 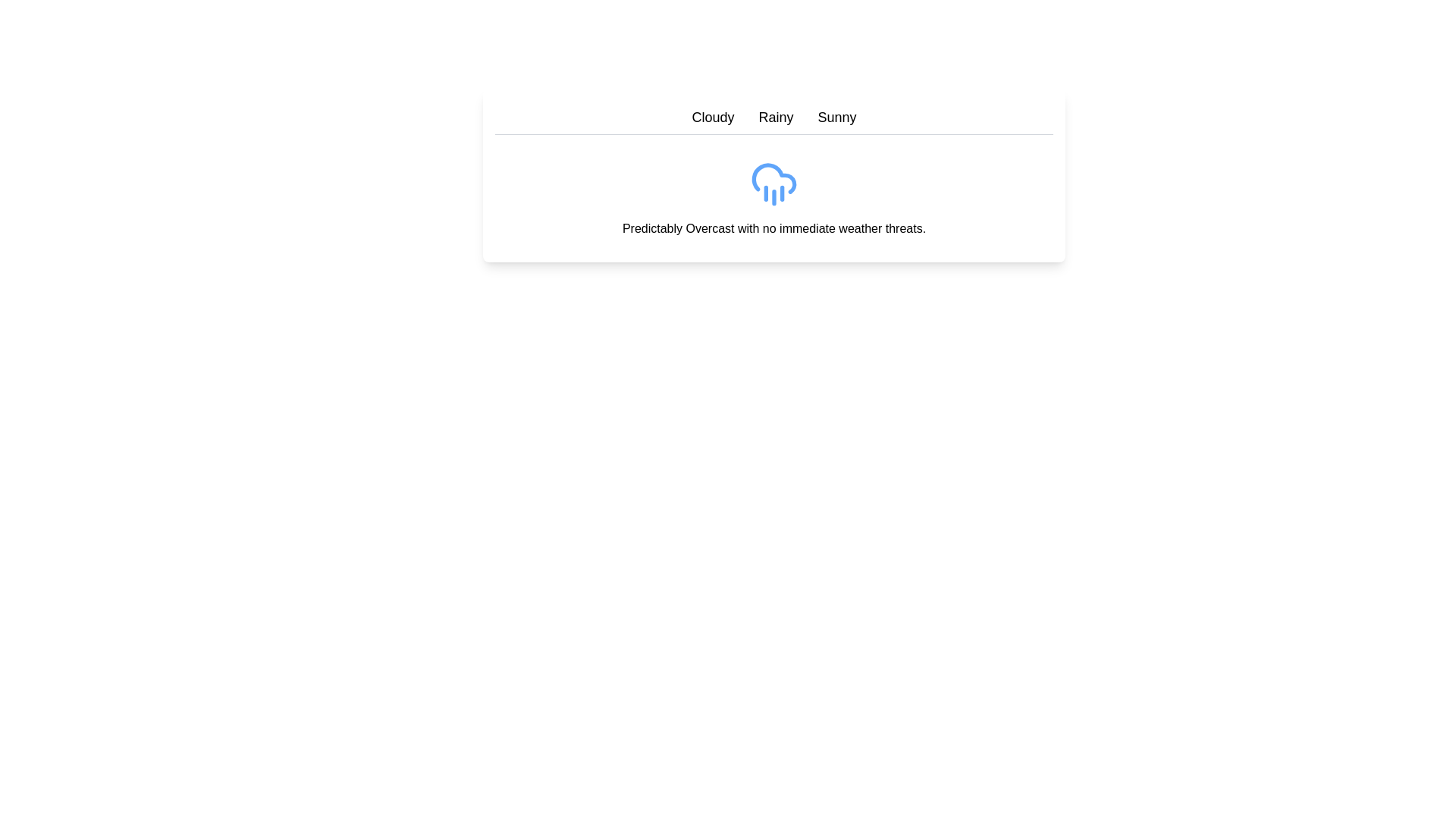 What do you see at coordinates (774, 174) in the screenshot?
I see `the Information Display element which features a blue cloud icon and the text 'Predictably Overcast with no immediate weather threats.'` at bounding box center [774, 174].